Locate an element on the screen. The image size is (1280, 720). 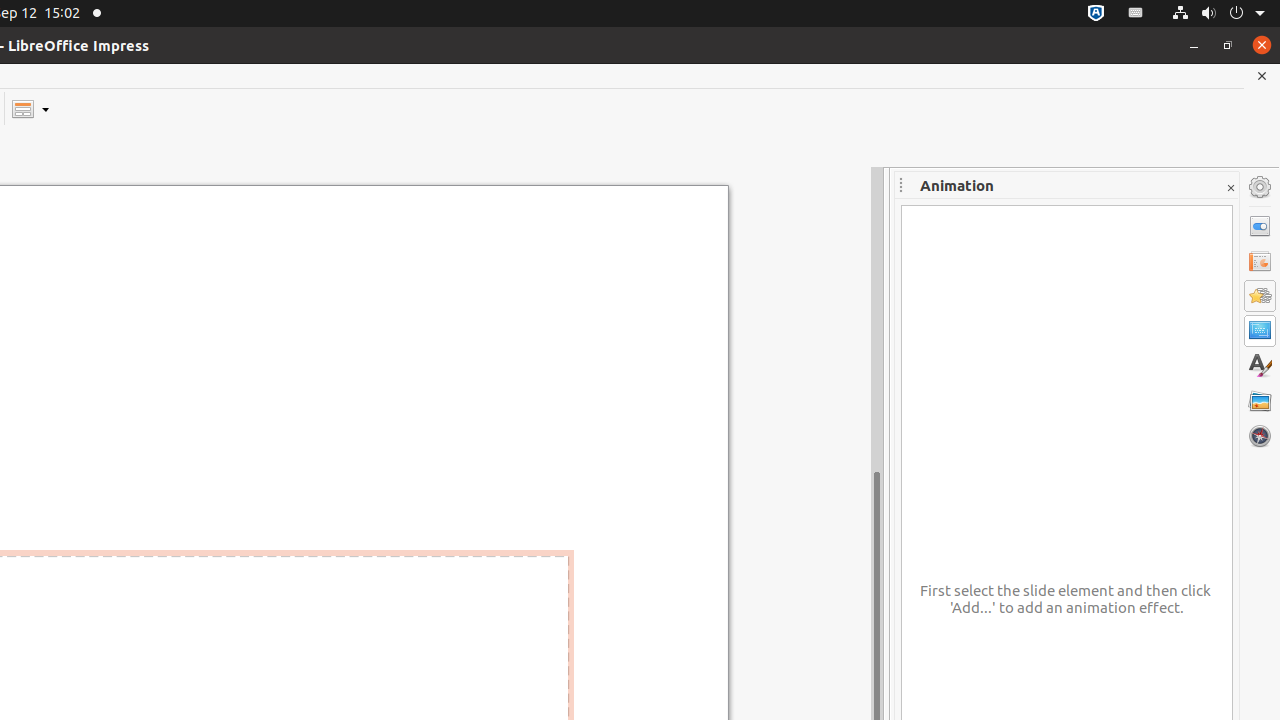
'Master Slides' is located at coordinates (1259, 329).